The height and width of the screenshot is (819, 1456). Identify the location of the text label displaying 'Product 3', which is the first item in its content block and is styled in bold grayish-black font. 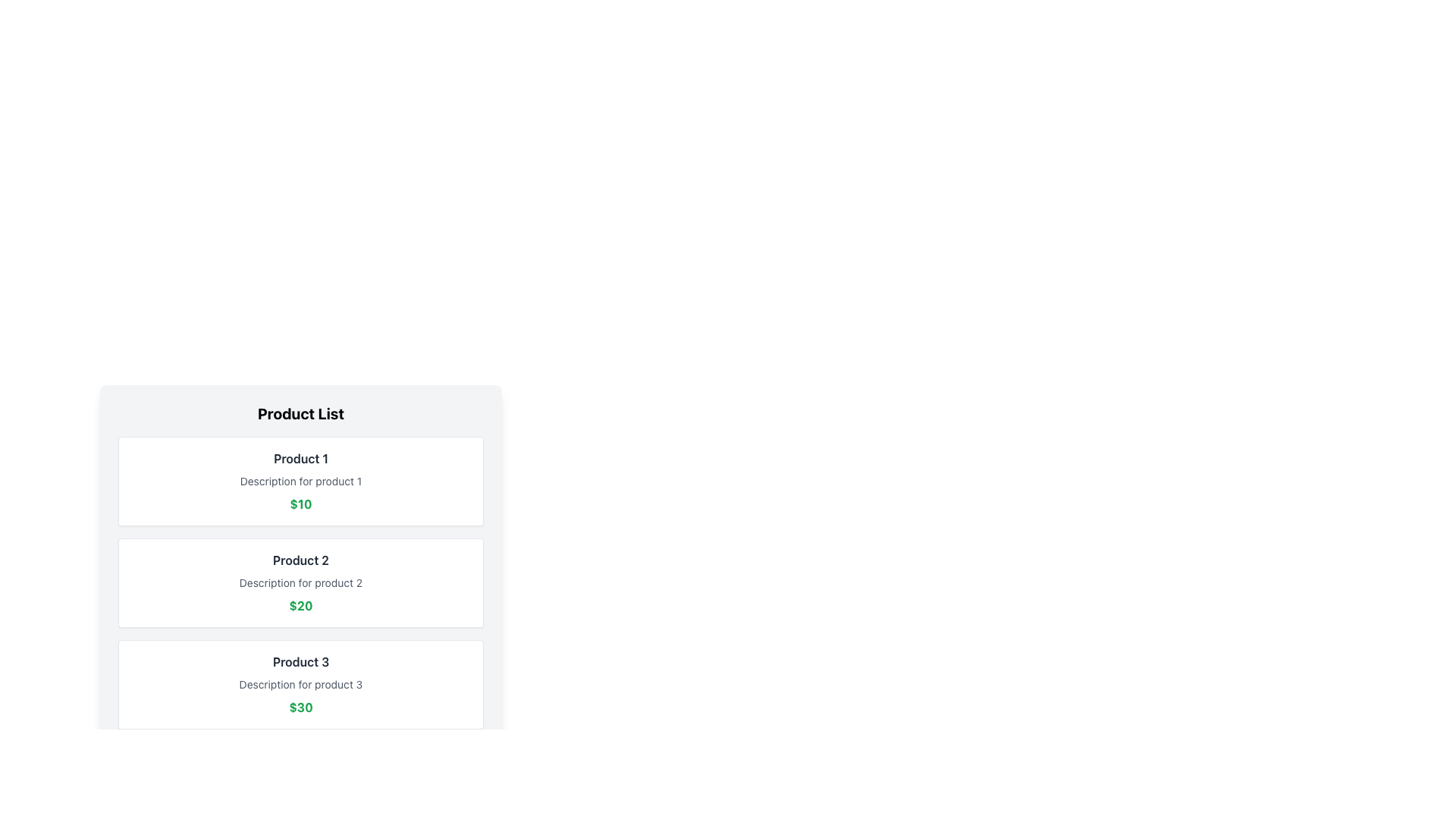
(301, 661).